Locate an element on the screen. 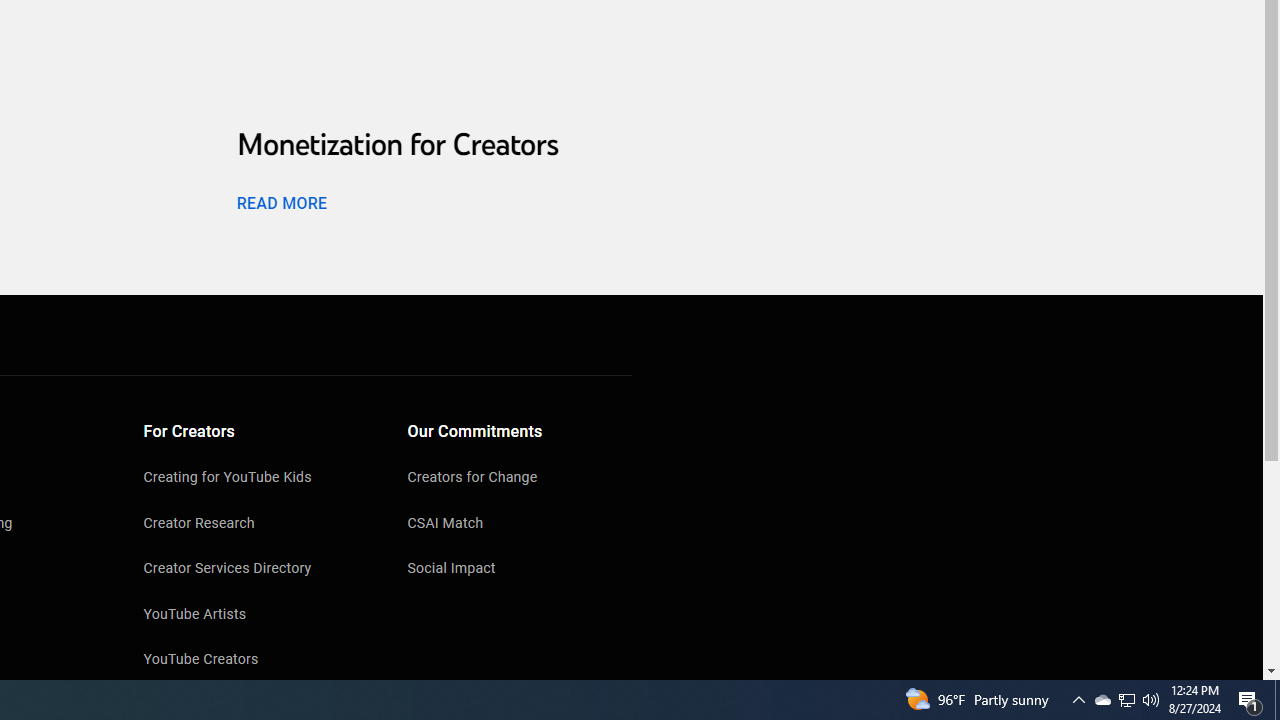  'Creators for Change' is located at coordinates (519, 479).